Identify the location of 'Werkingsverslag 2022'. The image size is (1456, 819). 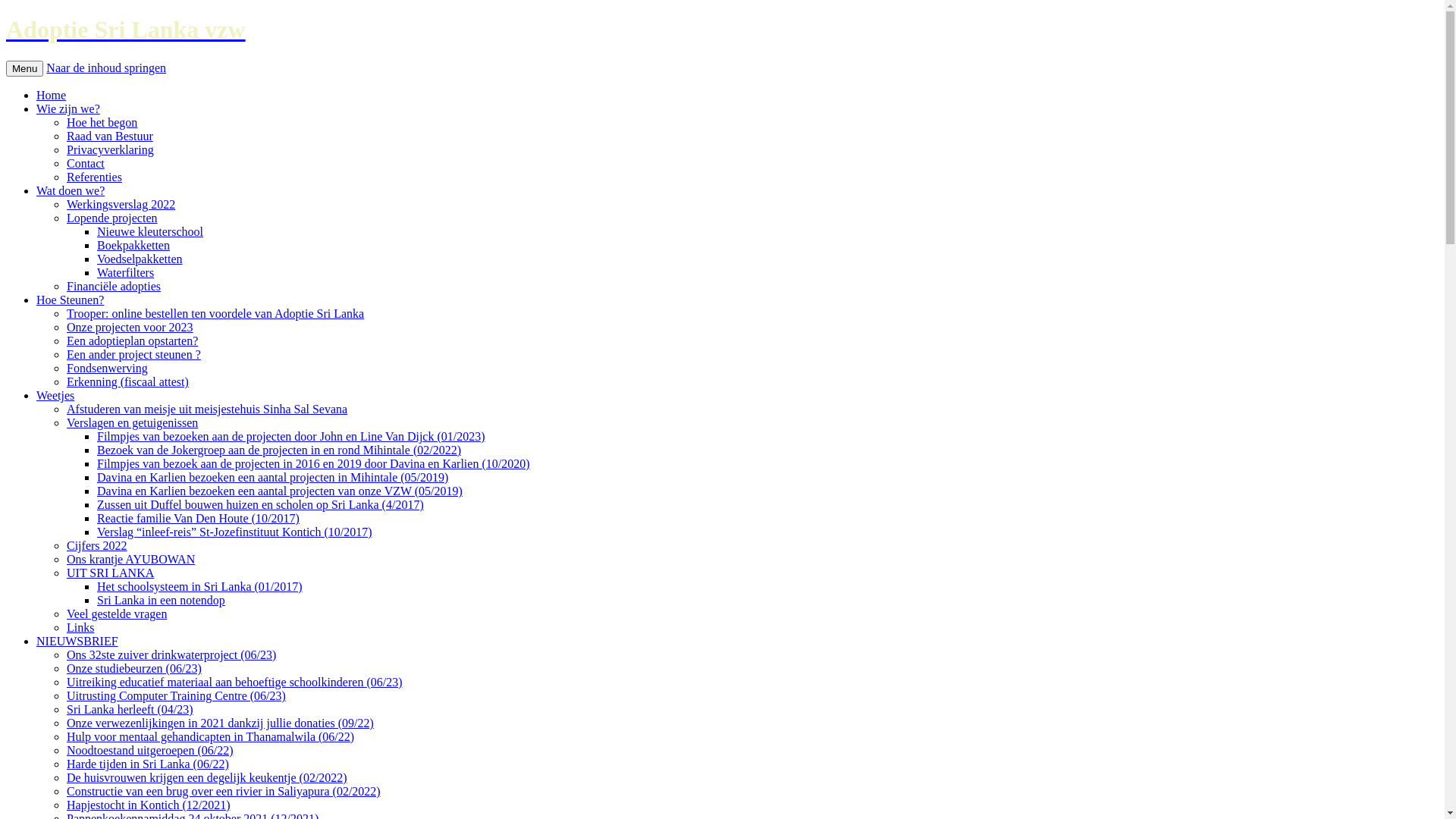
(120, 203).